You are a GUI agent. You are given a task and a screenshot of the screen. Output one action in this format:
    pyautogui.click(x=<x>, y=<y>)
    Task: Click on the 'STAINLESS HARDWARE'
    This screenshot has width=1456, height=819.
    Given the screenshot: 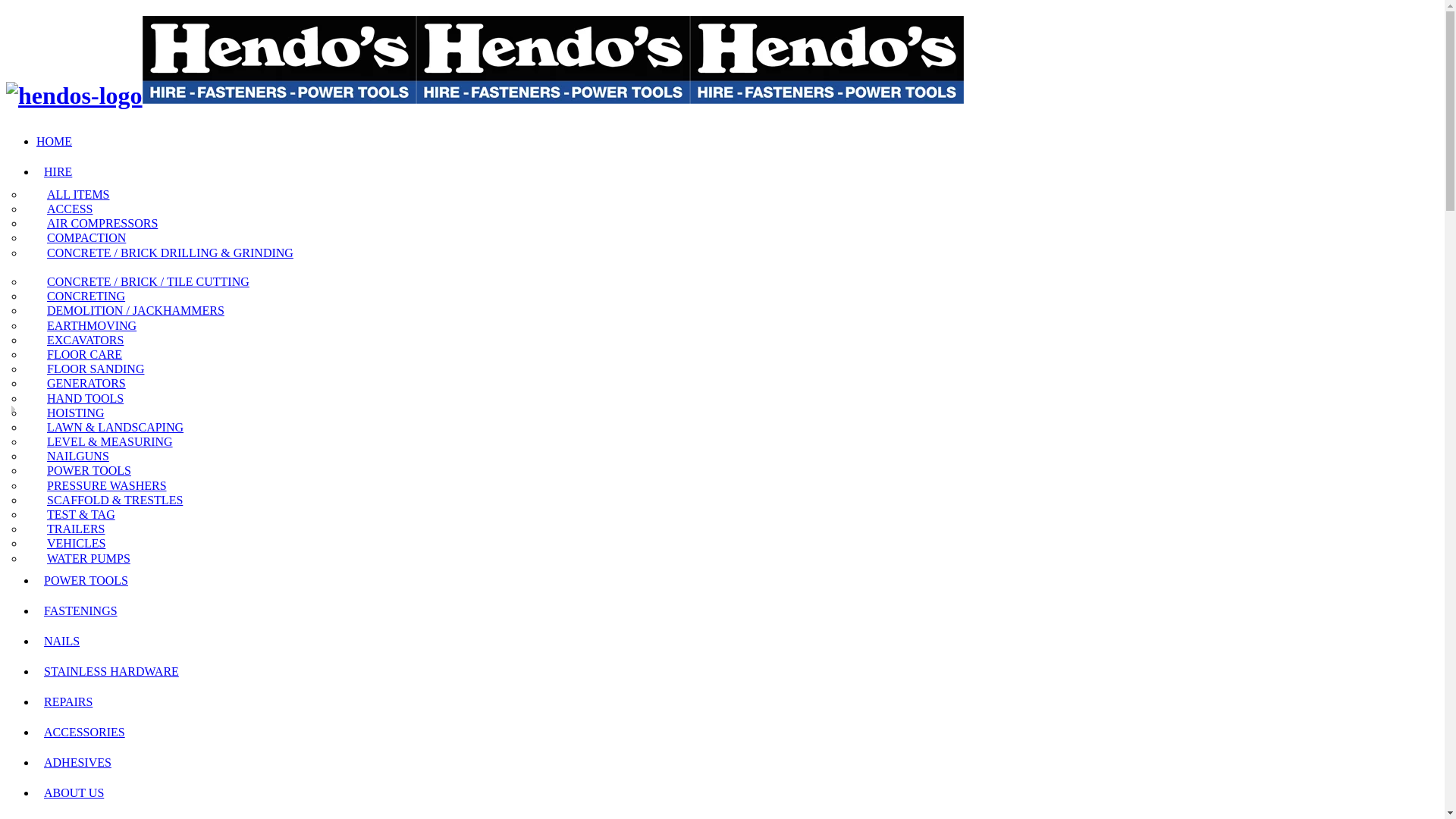 What is the action you would take?
    pyautogui.click(x=111, y=670)
    